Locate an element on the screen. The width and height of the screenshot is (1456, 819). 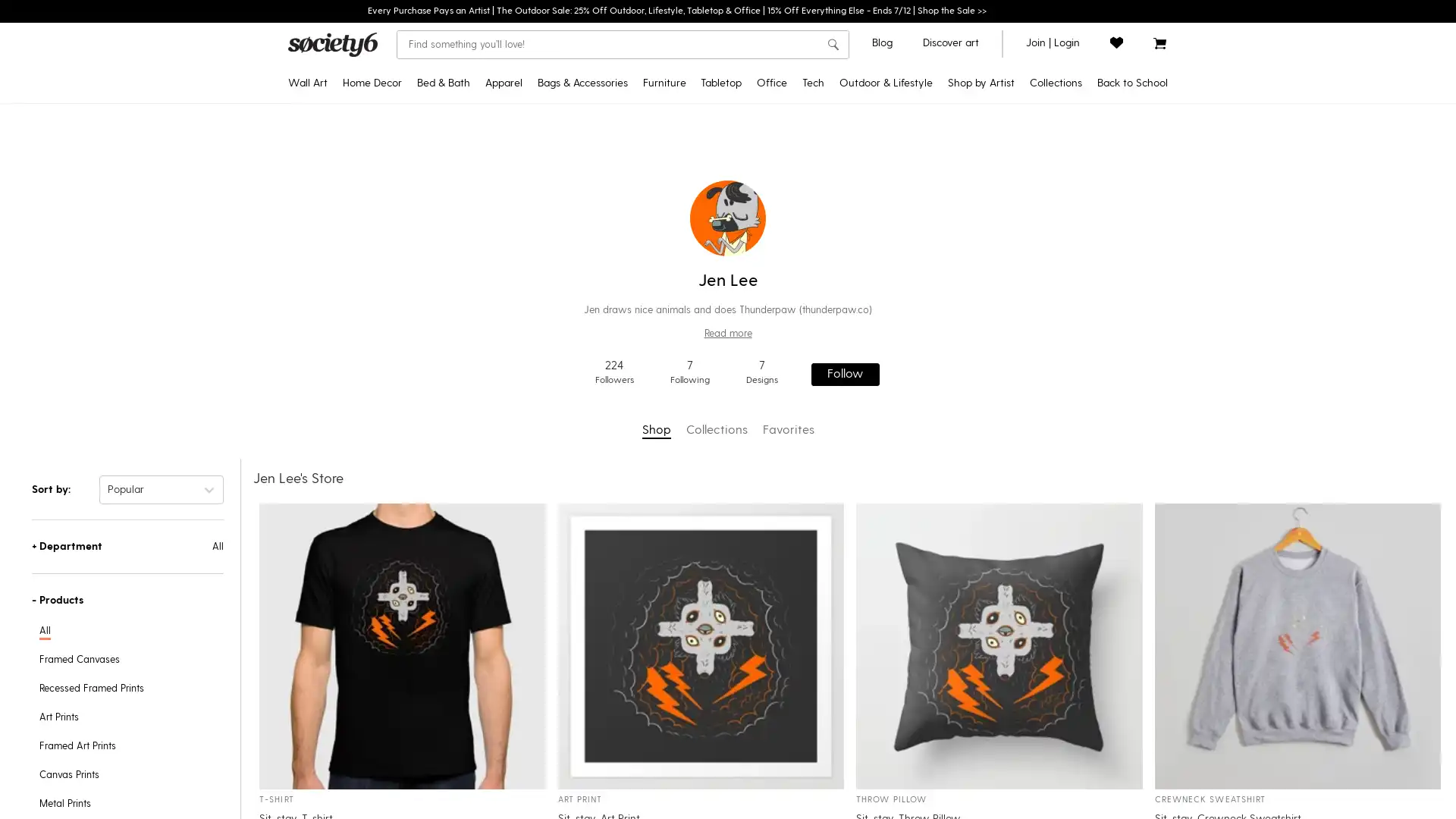
Trending Tapestries is located at coordinates (1090, 195).